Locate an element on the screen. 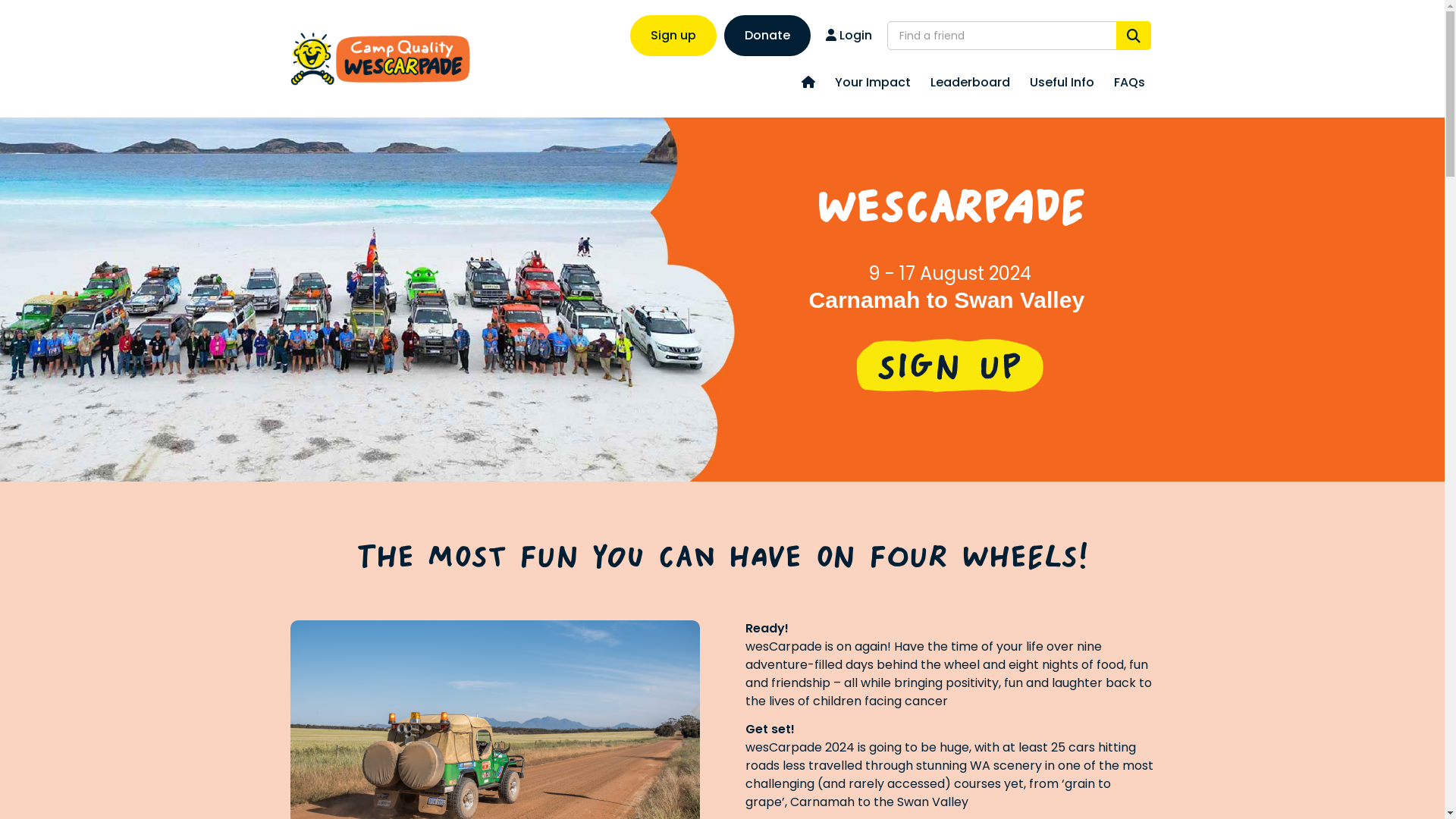 The width and height of the screenshot is (1456, 819). 'Donate' is located at coordinates (767, 34).